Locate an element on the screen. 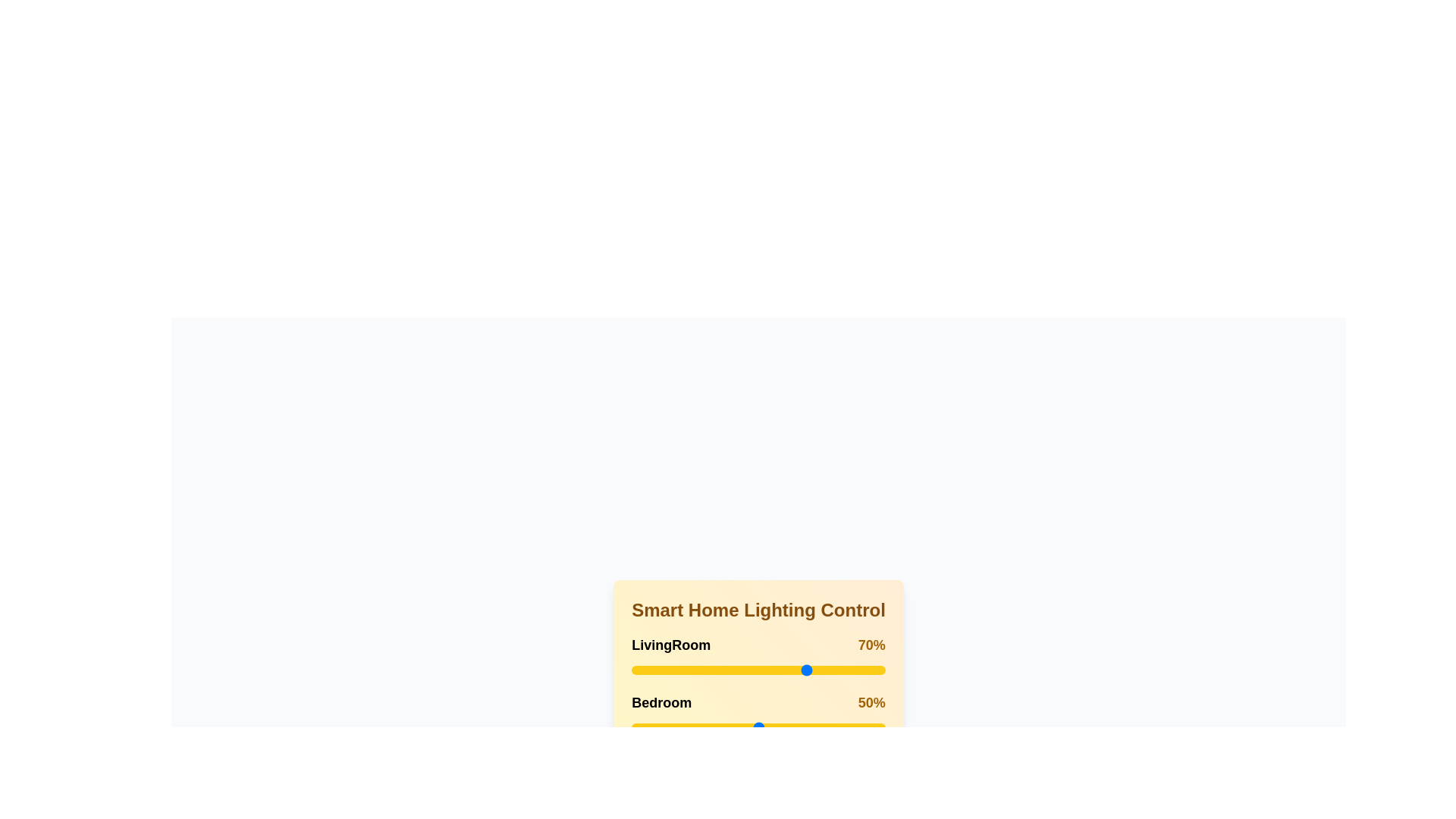 Image resolution: width=1456 pixels, height=819 pixels. the lighting control value is located at coordinates (644, 669).